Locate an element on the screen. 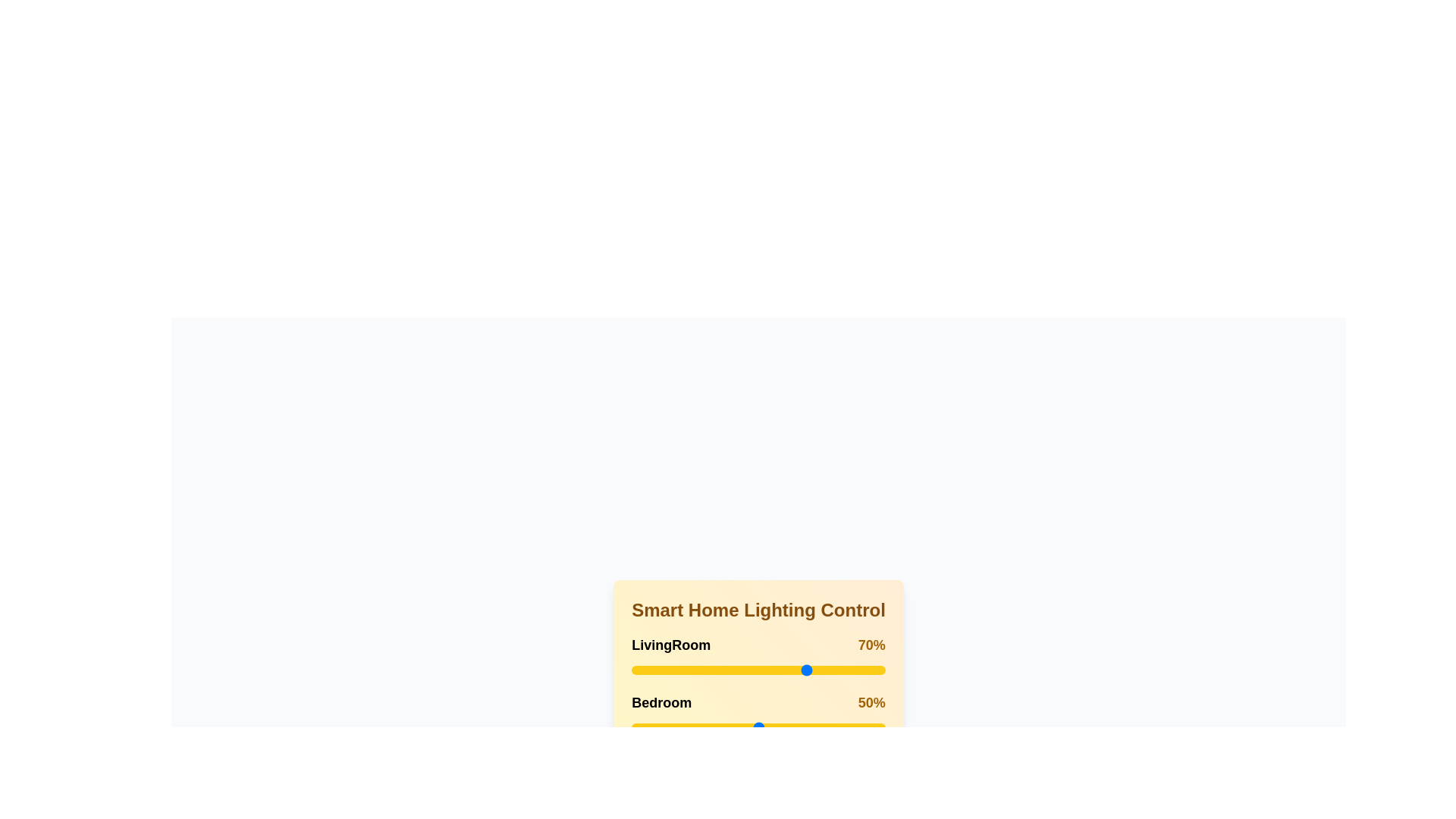 Image resolution: width=1456 pixels, height=819 pixels. the lighting control value is located at coordinates (644, 669).